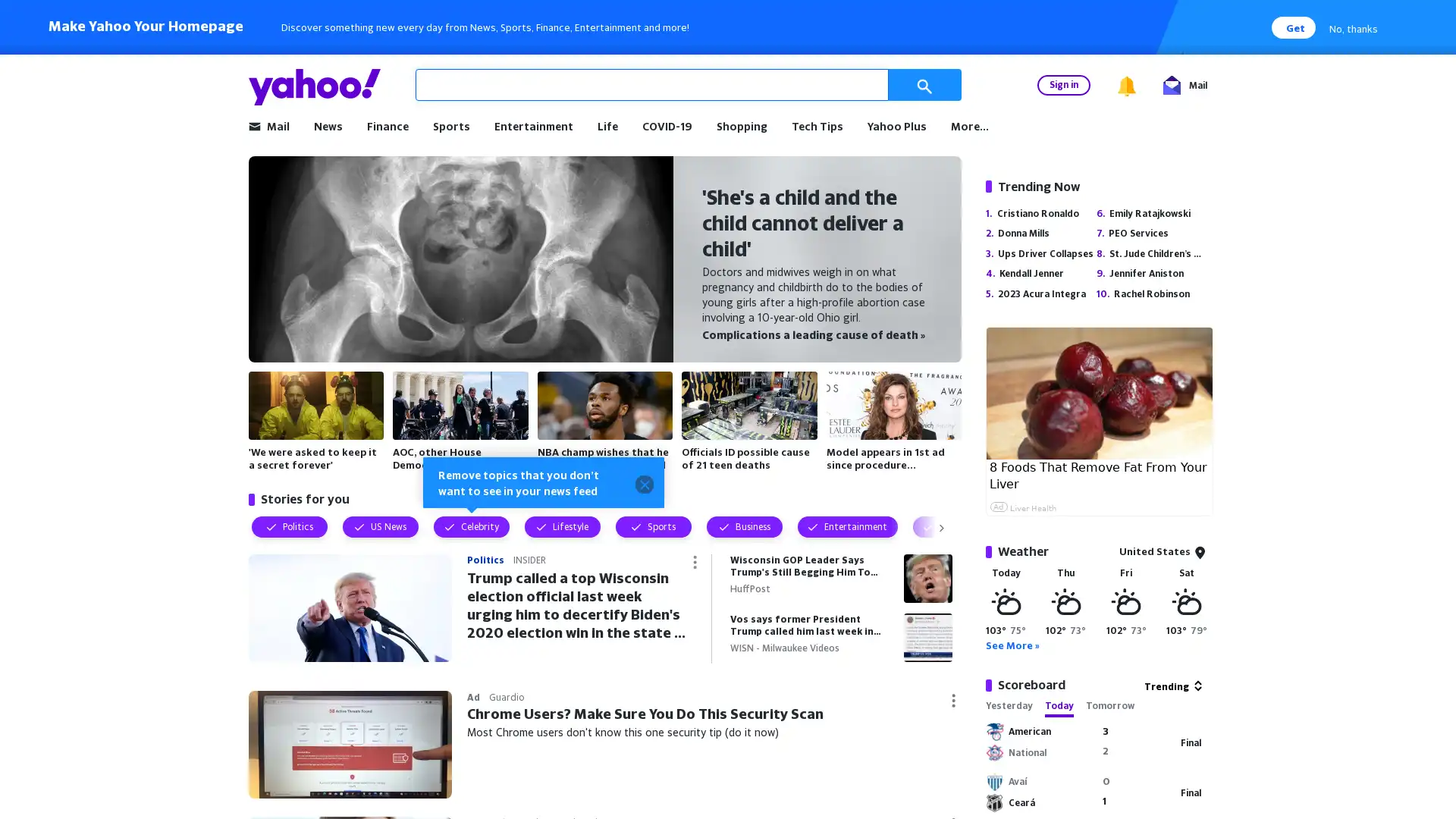 This screenshot has height=819, width=1456. What do you see at coordinates (925, 526) in the screenshot?
I see `Visually show next topic filters` at bounding box center [925, 526].